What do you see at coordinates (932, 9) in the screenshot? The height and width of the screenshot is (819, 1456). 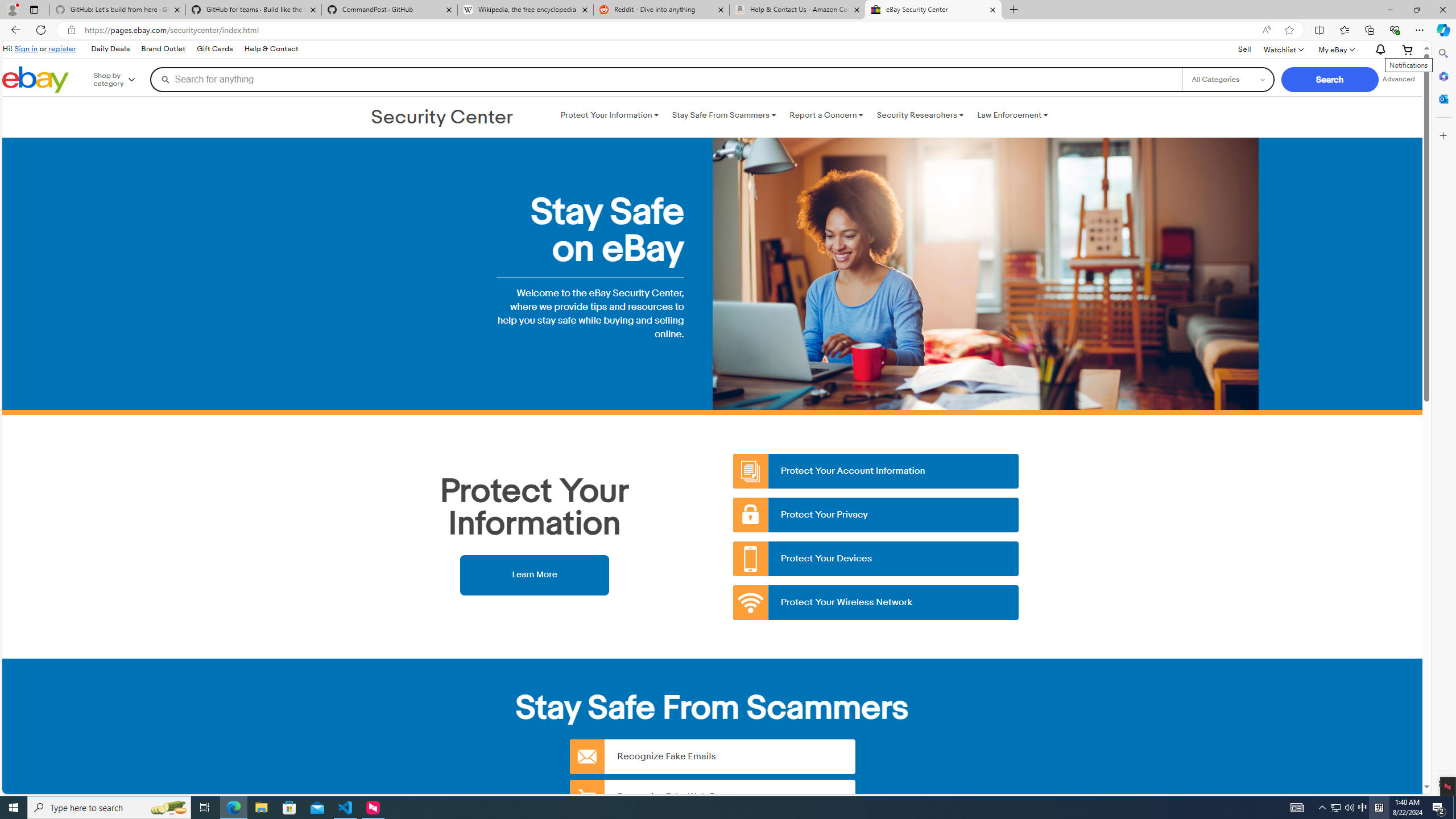 I see `'eBay Security Center'` at bounding box center [932, 9].